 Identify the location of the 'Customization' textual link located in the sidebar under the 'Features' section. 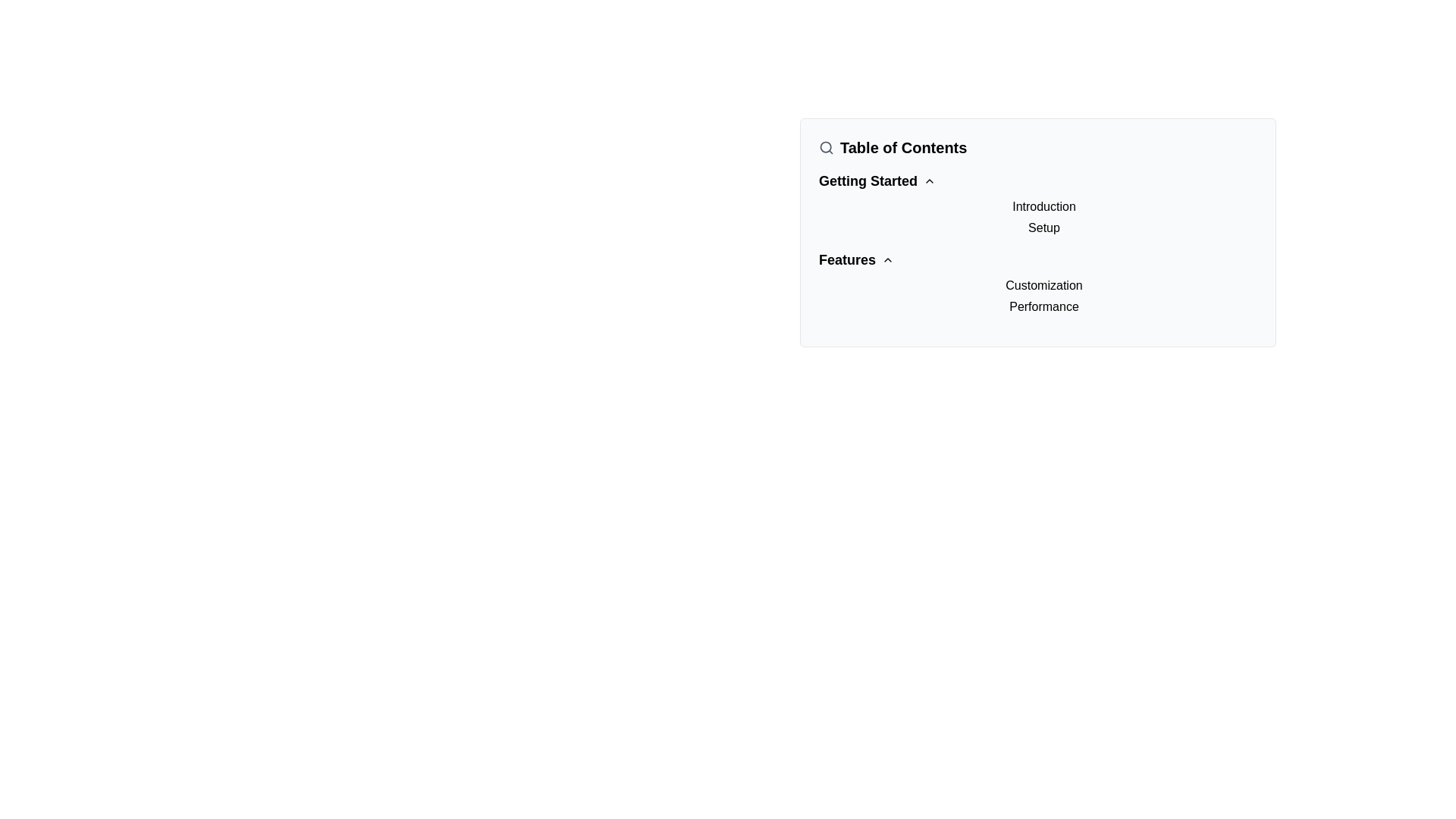
(1043, 286).